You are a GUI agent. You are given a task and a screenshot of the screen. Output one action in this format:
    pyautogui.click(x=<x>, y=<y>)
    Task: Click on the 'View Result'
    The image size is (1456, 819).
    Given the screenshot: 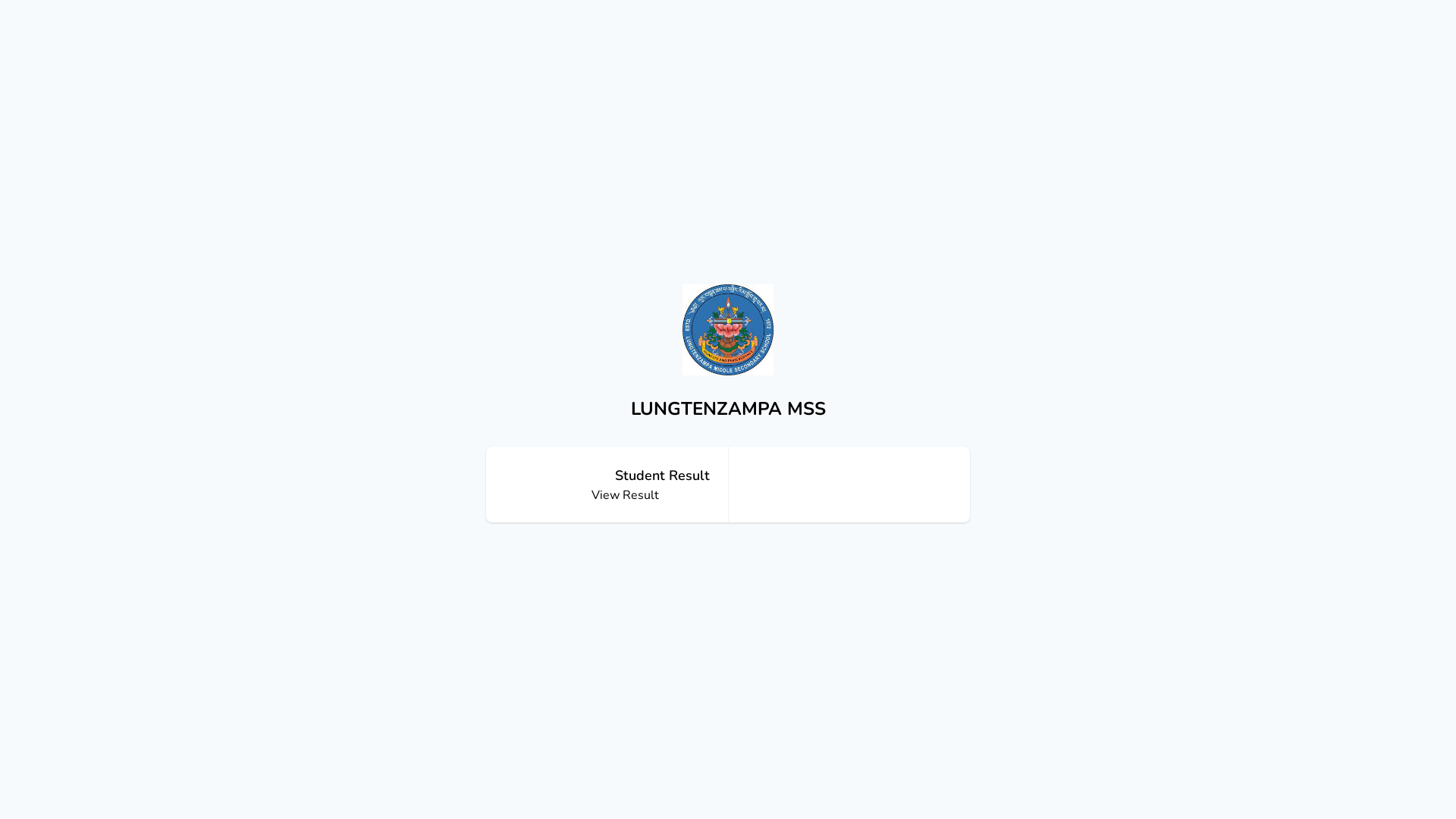 What is the action you would take?
    pyautogui.click(x=625, y=494)
    